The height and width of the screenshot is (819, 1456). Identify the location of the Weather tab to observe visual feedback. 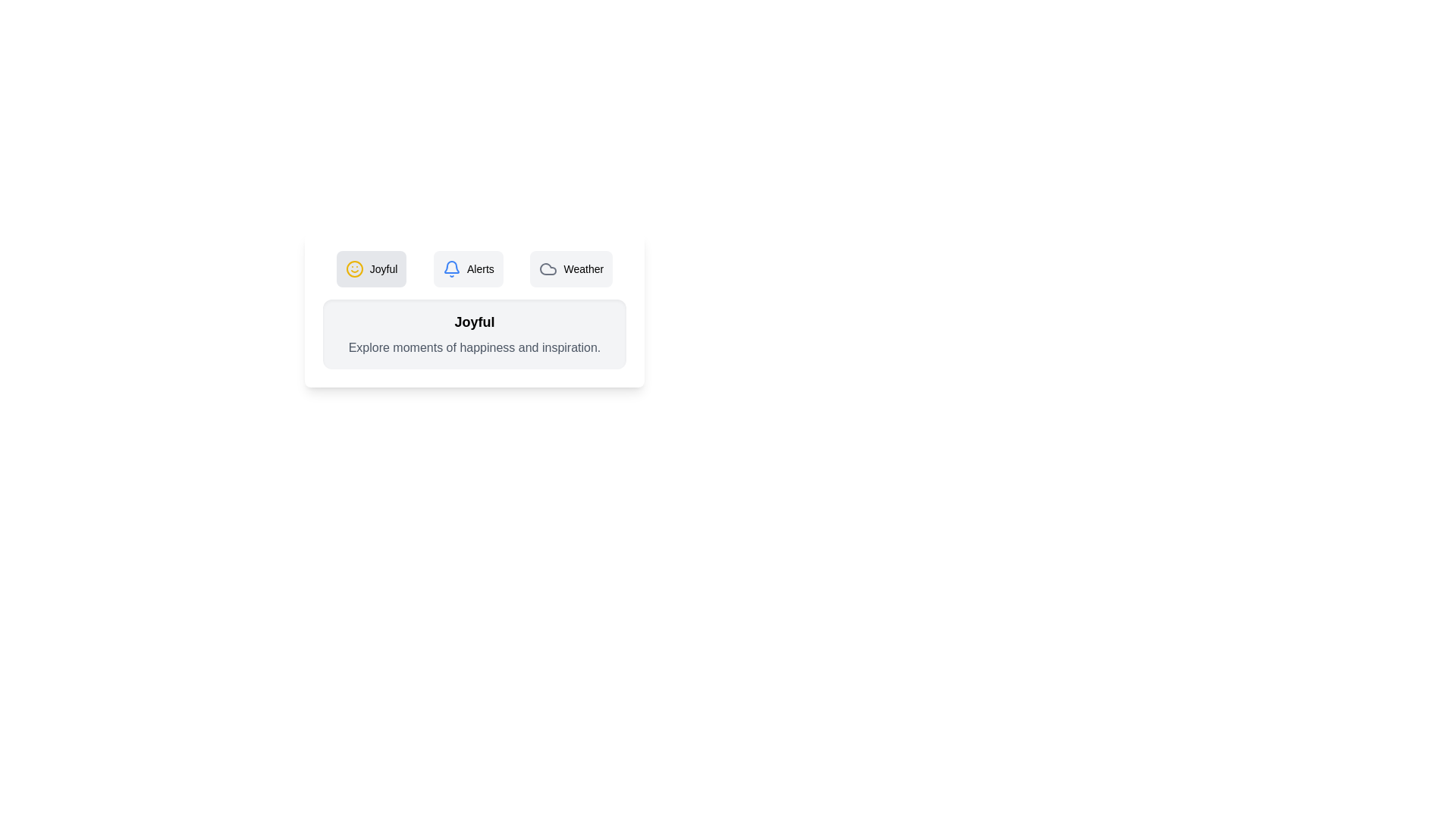
(570, 268).